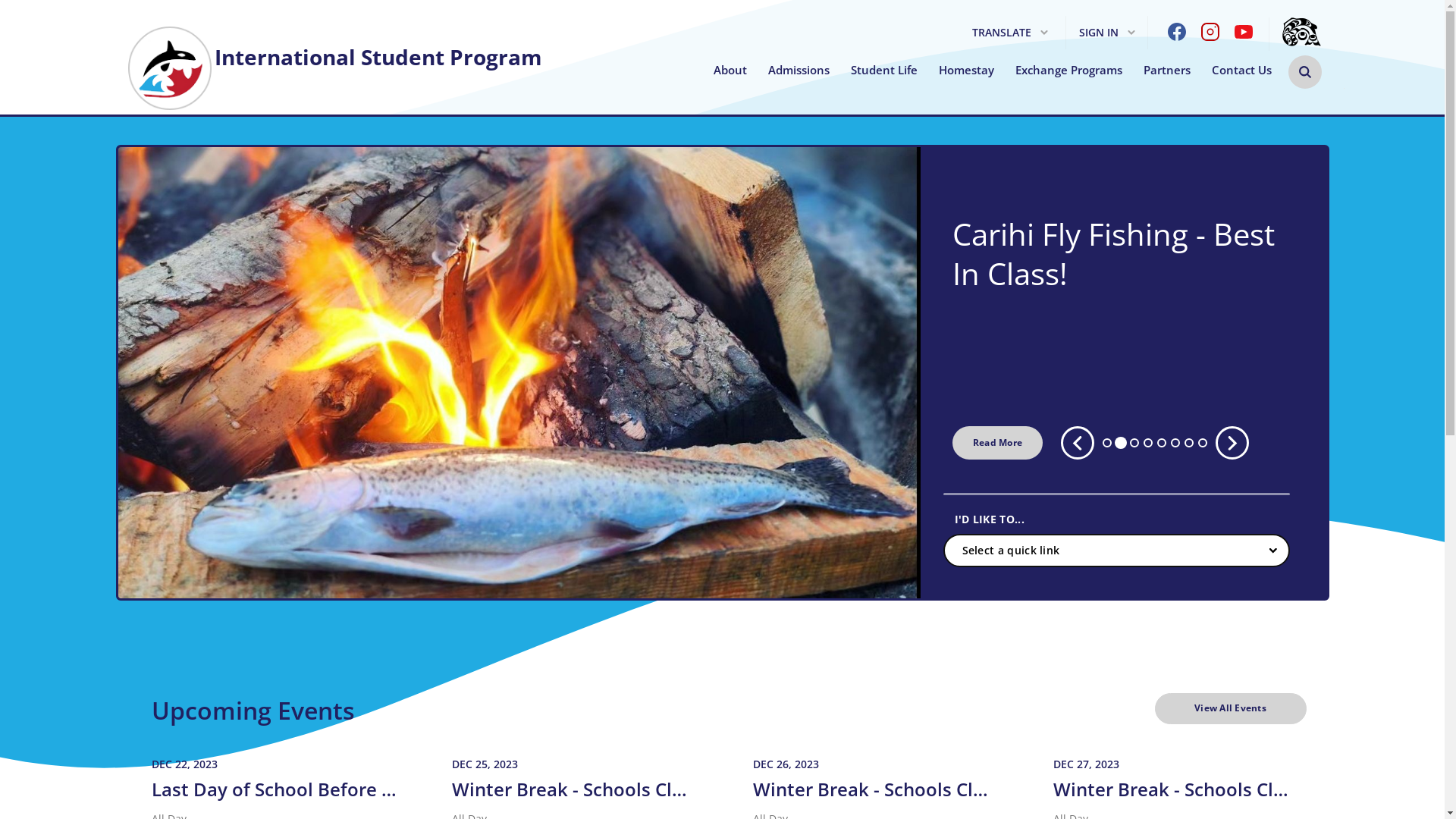  I want to click on 'Read More', so click(997, 442).